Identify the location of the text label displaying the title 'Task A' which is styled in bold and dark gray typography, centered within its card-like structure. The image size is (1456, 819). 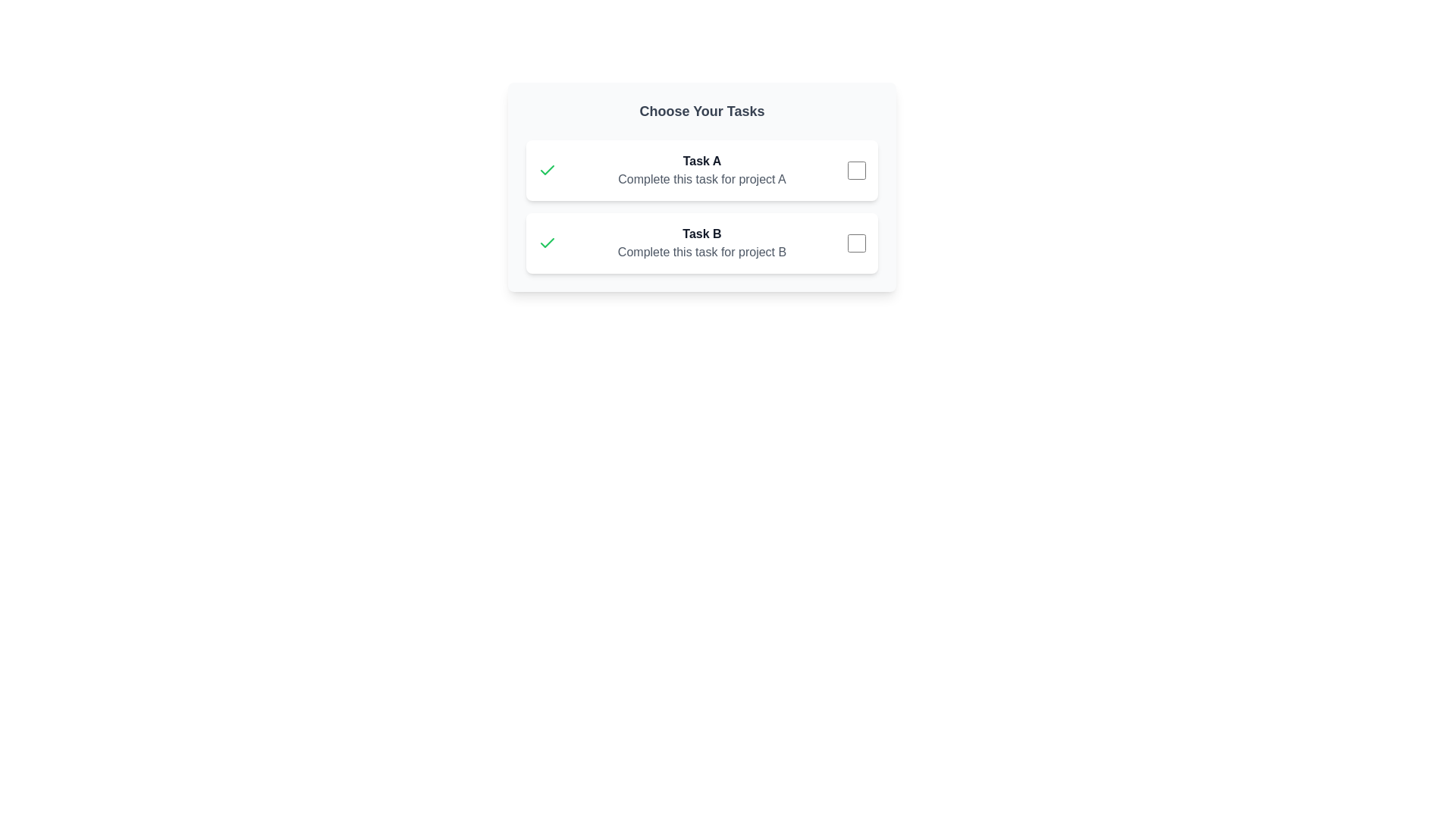
(701, 161).